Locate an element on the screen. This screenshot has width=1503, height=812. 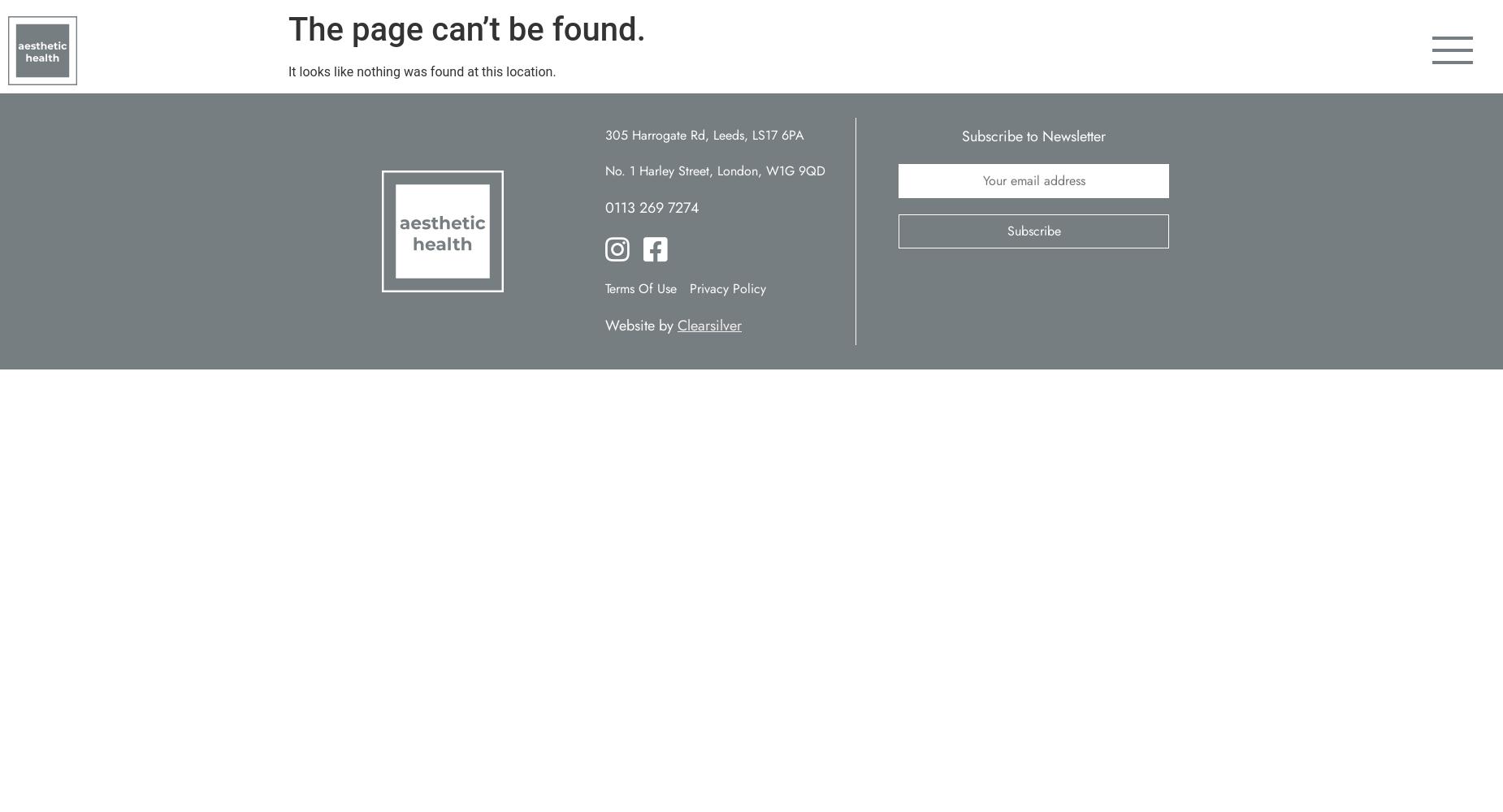
'The page can’t be found.' is located at coordinates (466, 29).